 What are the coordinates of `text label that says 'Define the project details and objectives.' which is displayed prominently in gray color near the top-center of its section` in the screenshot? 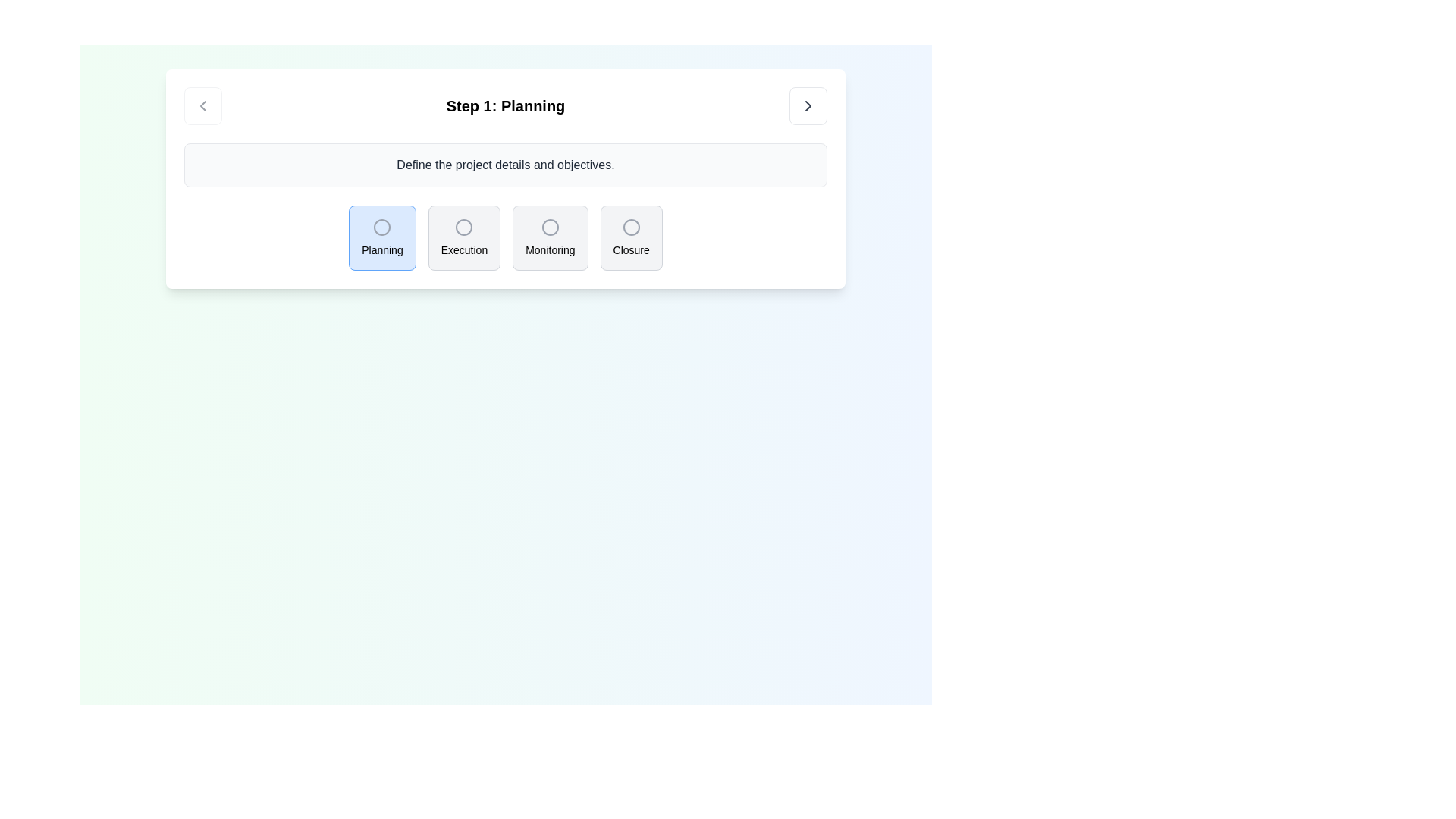 It's located at (506, 165).